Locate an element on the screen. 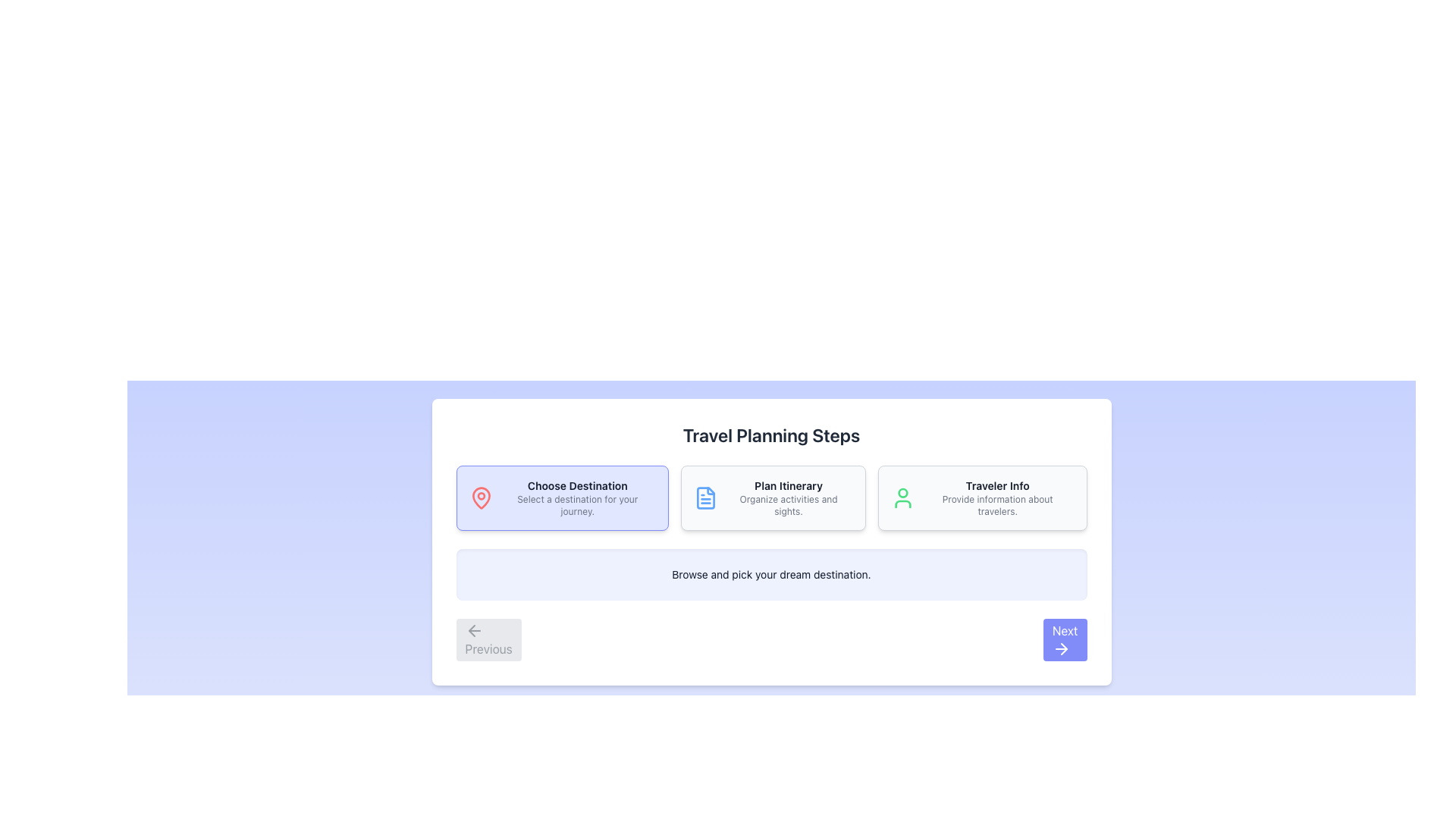  the left arrow icon inside the 'Previous' button at the bottom-left corner of the card interface to visually indicate navigation to the previous step is located at coordinates (473, 631).